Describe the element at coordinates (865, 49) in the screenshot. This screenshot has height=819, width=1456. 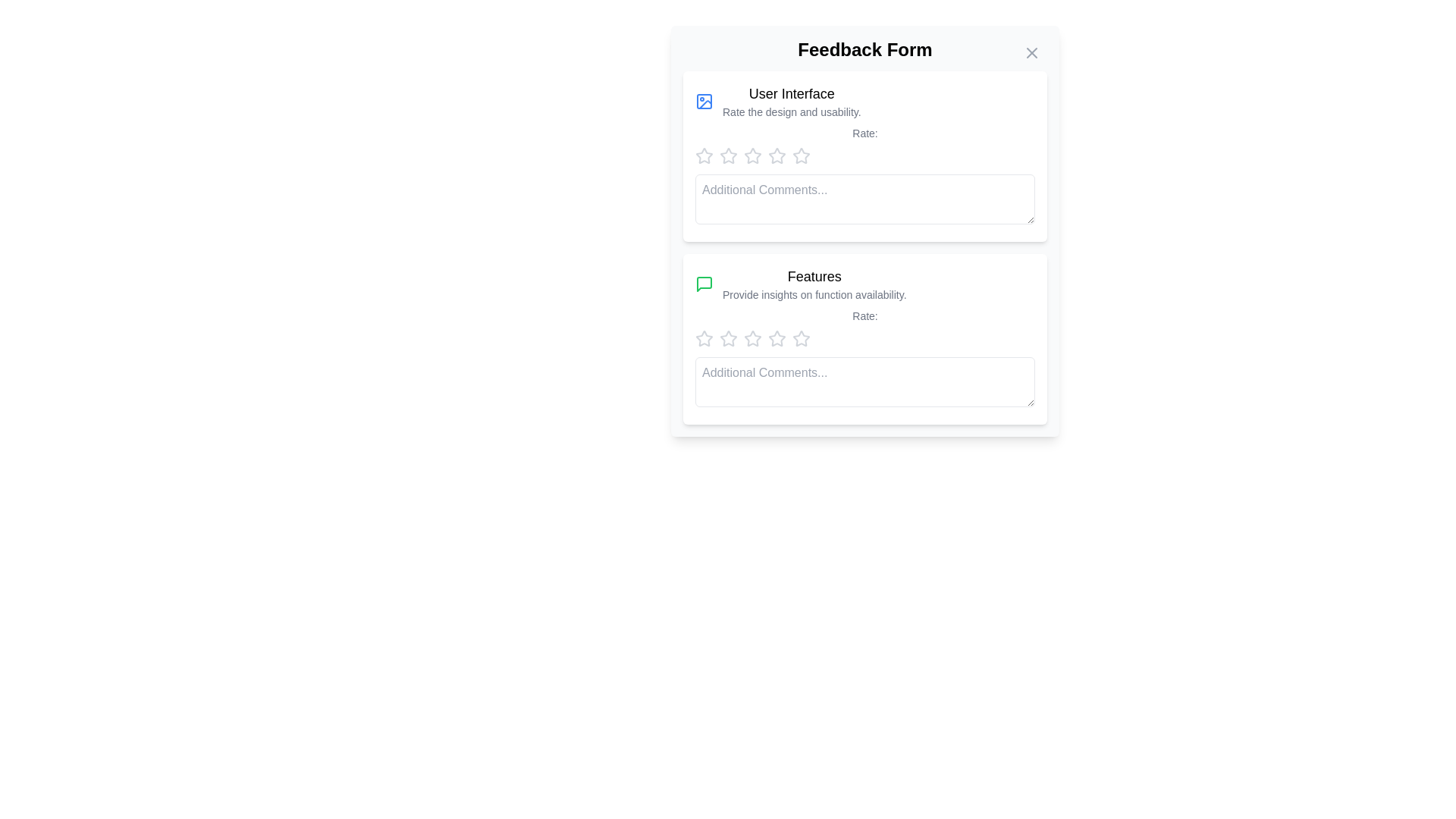
I see `static header text displaying 'Feedback Form' located at the top-center of the feedback form interface` at that location.